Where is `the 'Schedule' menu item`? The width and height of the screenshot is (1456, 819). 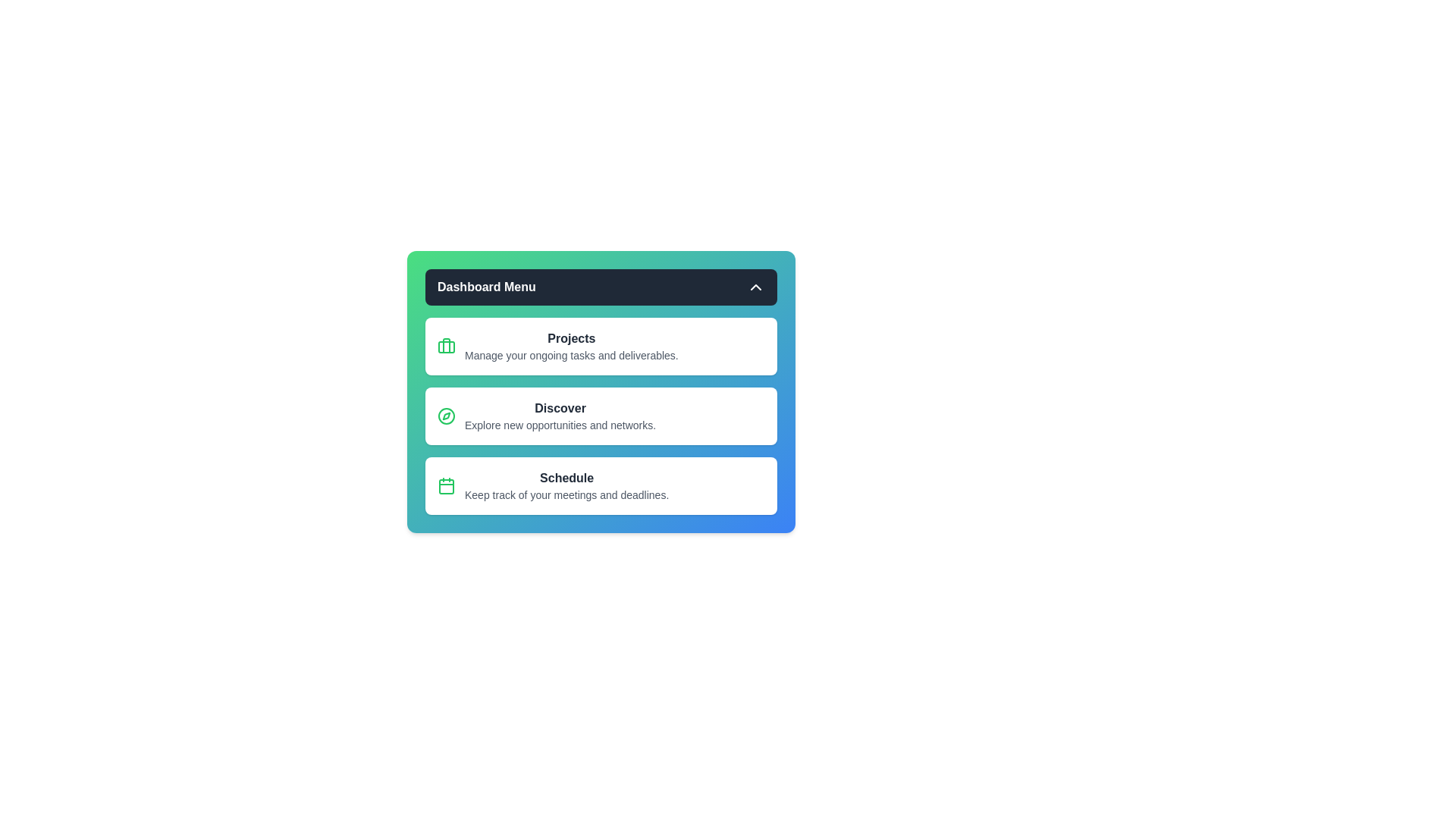
the 'Schedule' menu item is located at coordinates (600, 485).